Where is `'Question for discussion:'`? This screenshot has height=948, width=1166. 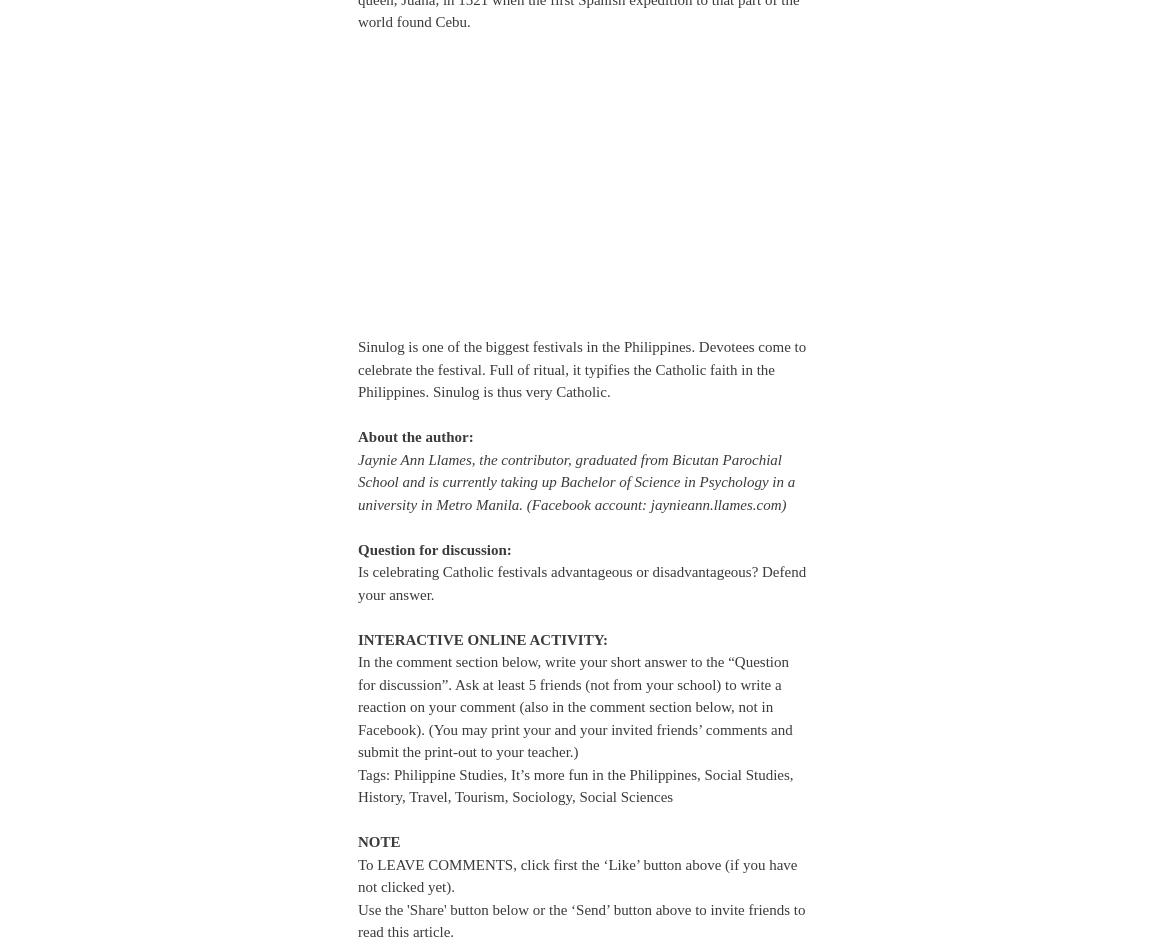
'Question for discussion:' is located at coordinates (433, 548).